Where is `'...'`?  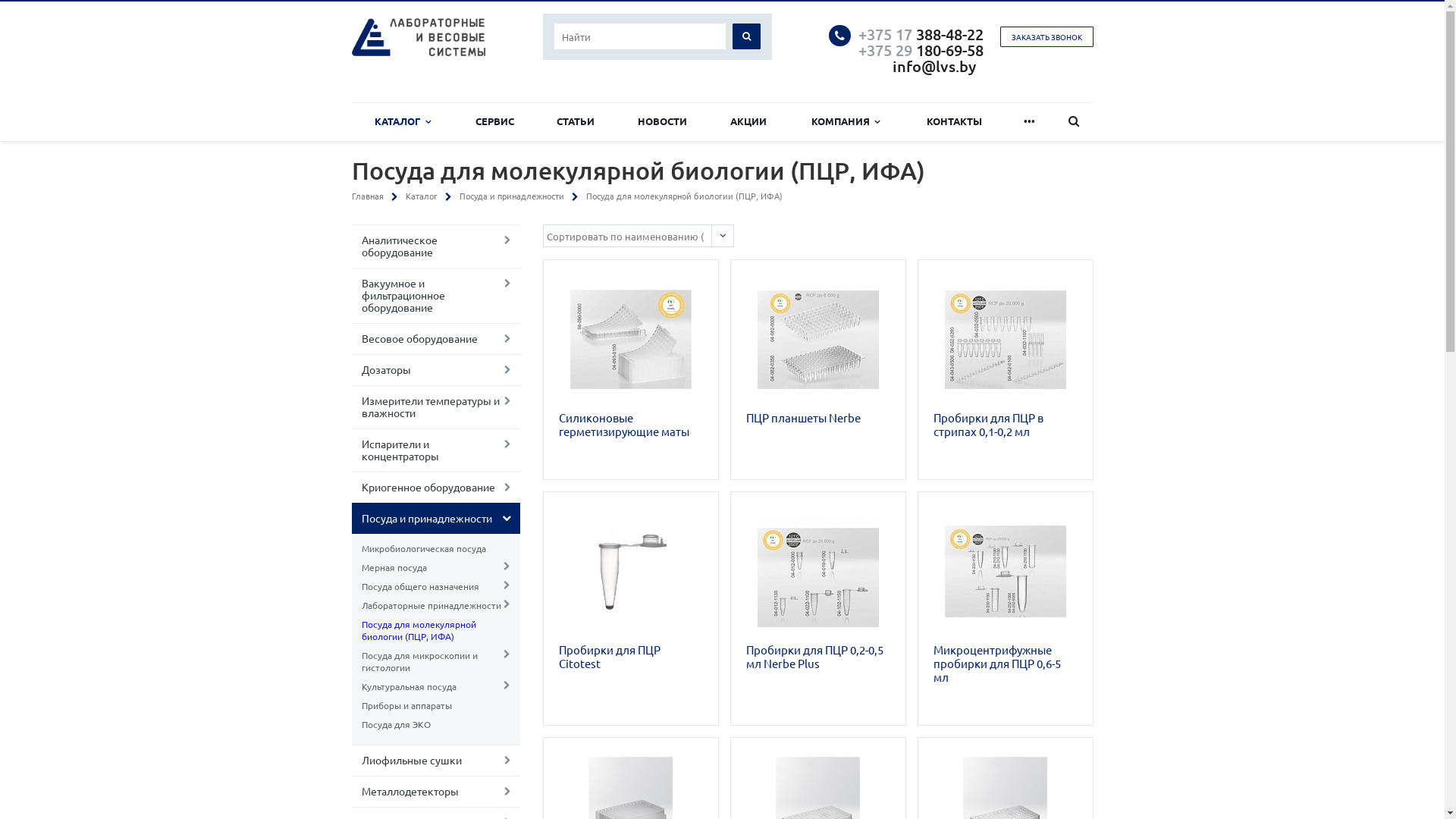 '...' is located at coordinates (1029, 121).